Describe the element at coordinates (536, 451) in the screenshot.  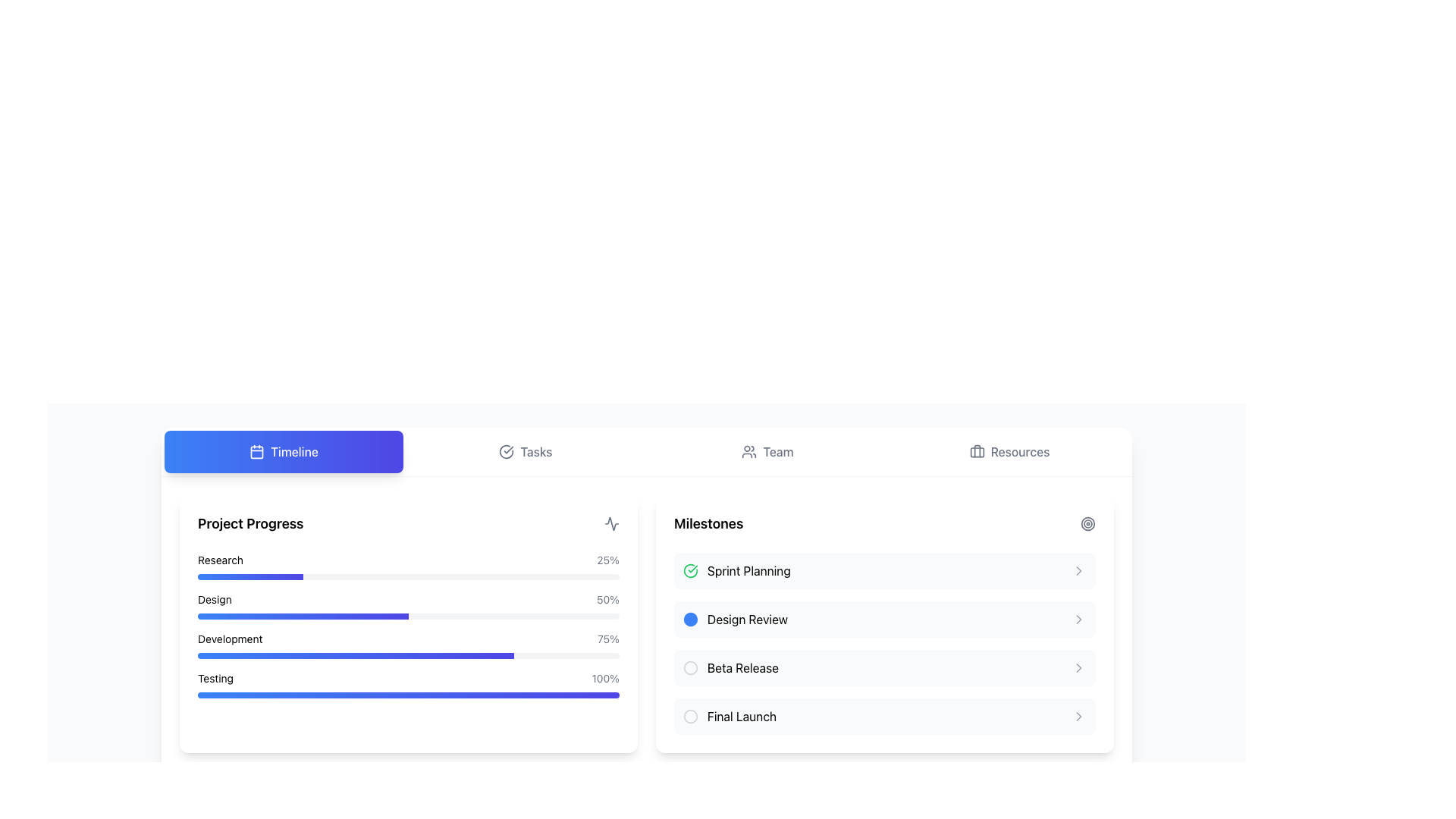
I see `the 'Tasks' text label, which is part of a horizontal navigation bar and is positioned in the upper-central section of the interface, next to a circular checkmark icon` at that location.